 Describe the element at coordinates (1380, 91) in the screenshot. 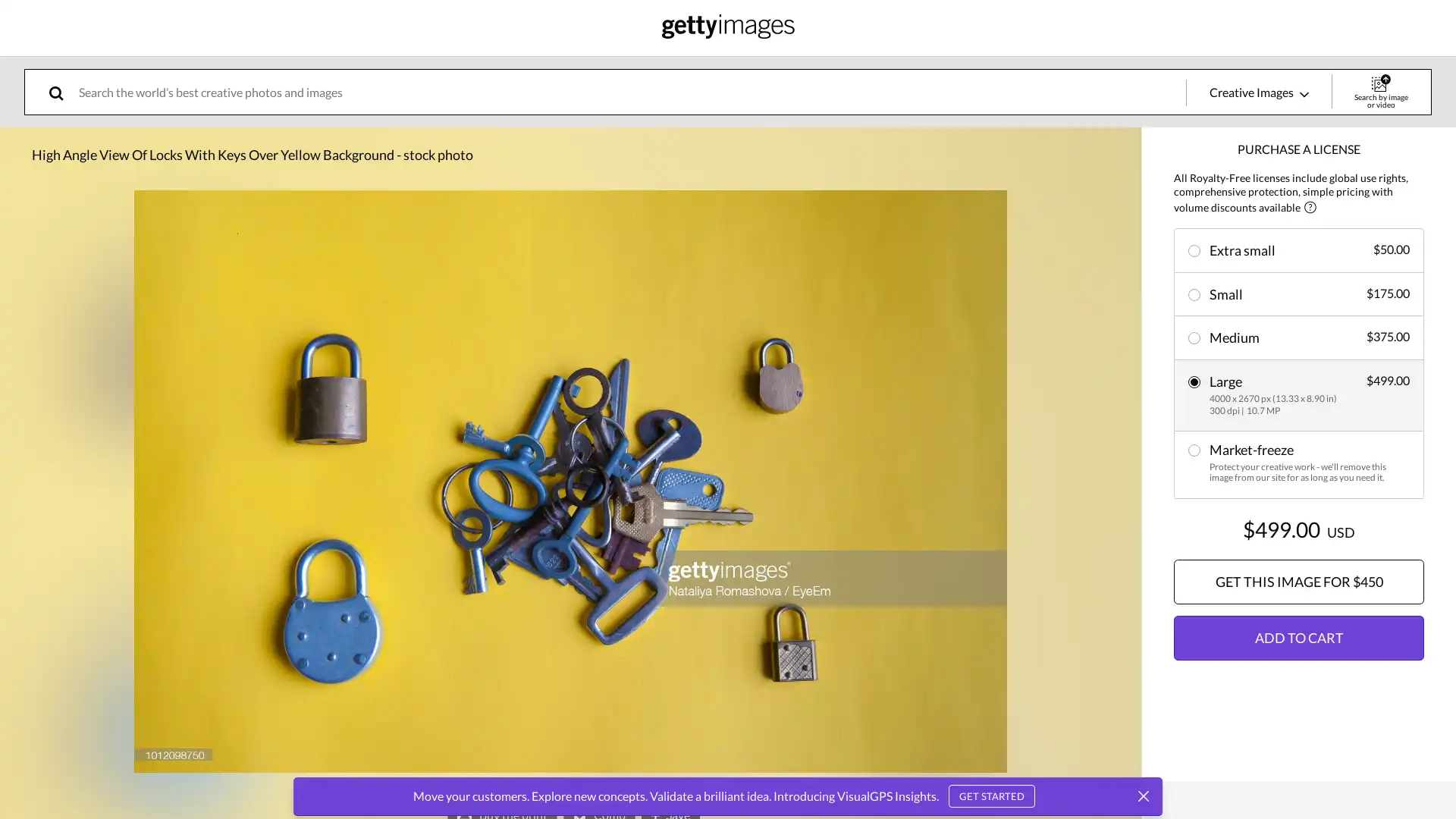

I see `Search by image or video` at that location.